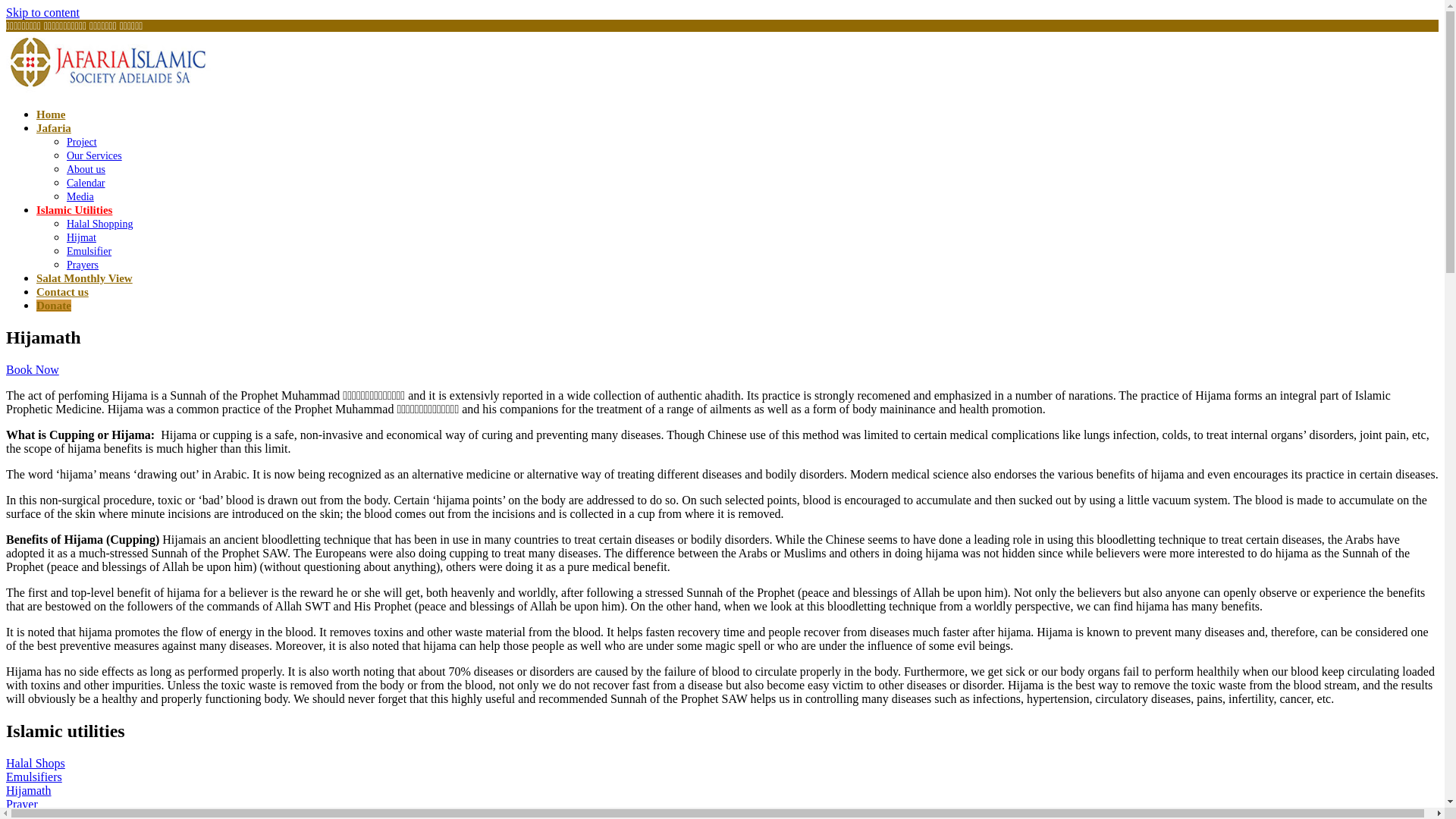 This screenshot has width=1456, height=819. Describe the element at coordinates (80, 237) in the screenshot. I see `'Hijmat'` at that location.